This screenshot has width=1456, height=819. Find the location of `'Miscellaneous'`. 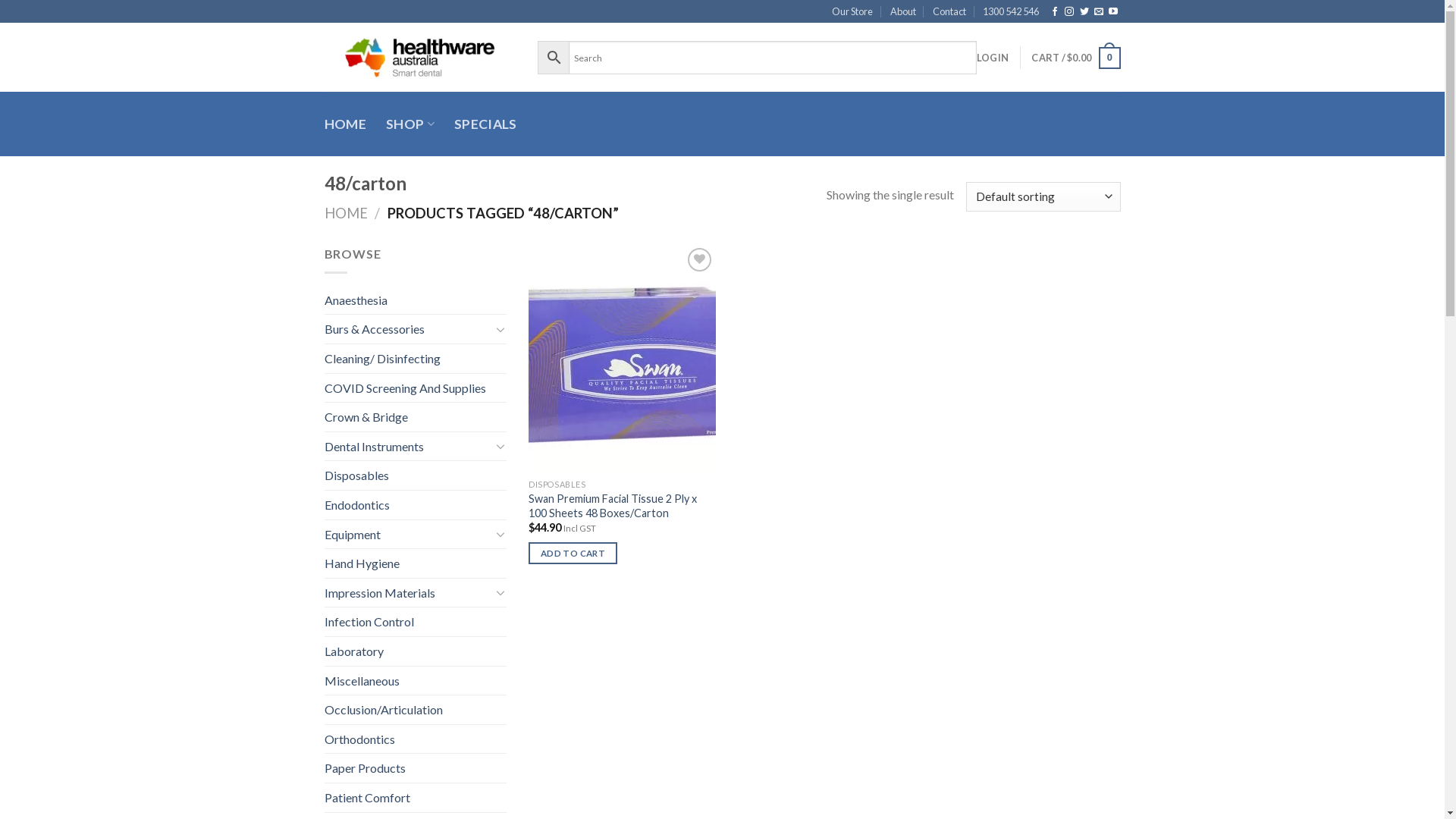

'Miscellaneous' is located at coordinates (415, 680).